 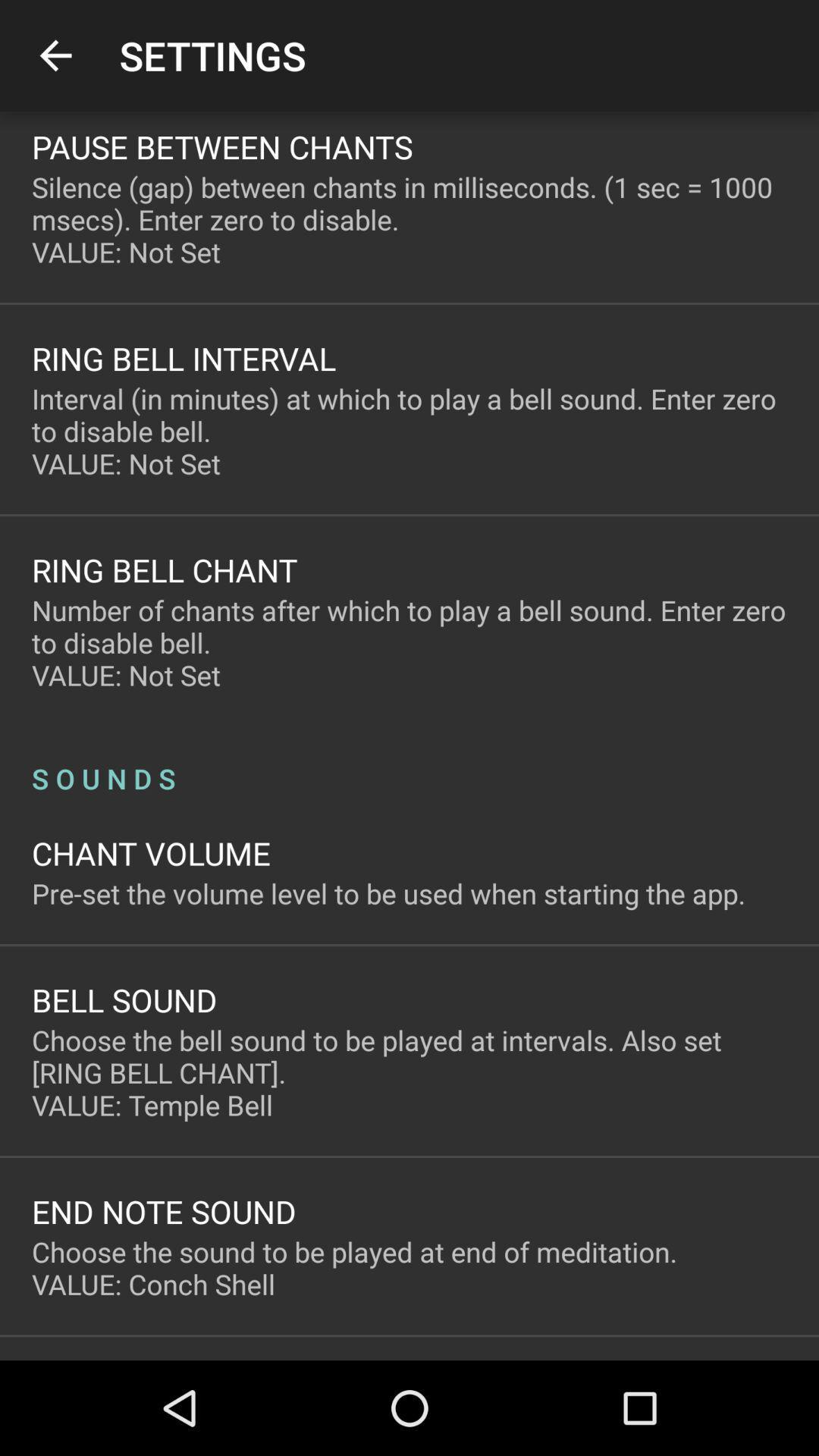 What do you see at coordinates (409, 642) in the screenshot?
I see `the icon below ring bell chant item` at bounding box center [409, 642].